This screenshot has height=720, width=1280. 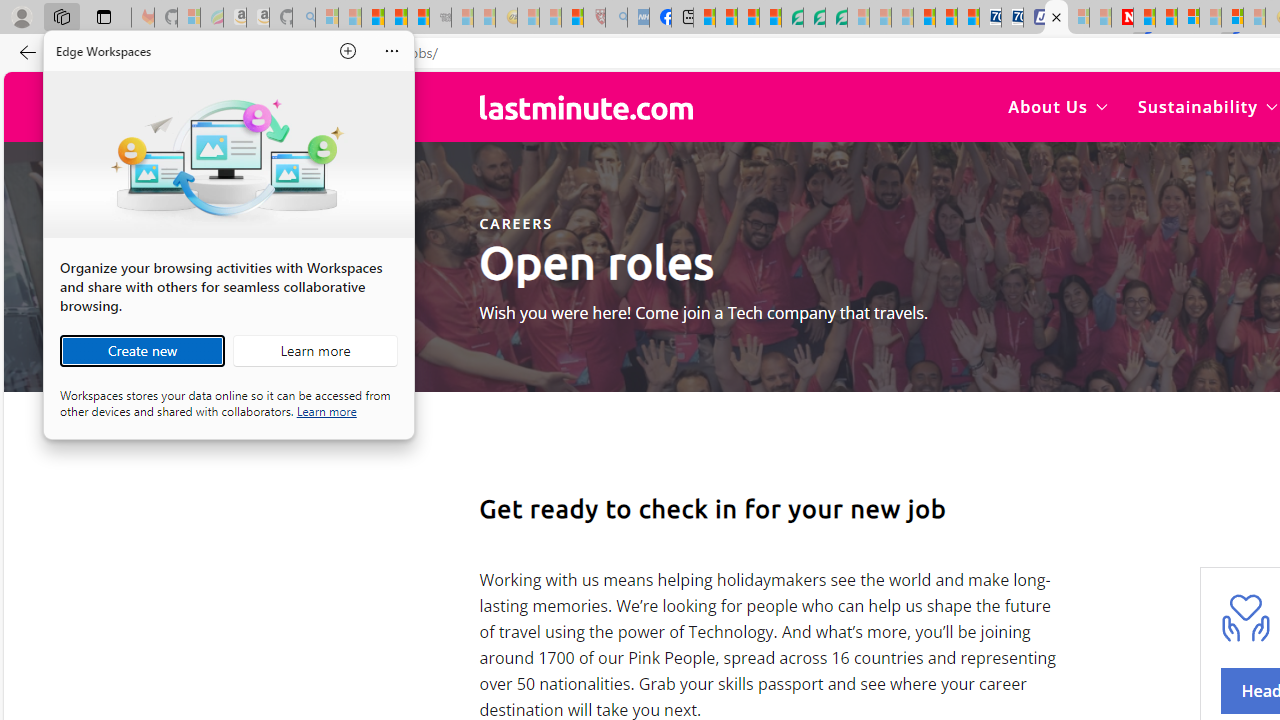 What do you see at coordinates (791, 17) in the screenshot?
I see `'LendingTree - Compare Lenders'` at bounding box center [791, 17].